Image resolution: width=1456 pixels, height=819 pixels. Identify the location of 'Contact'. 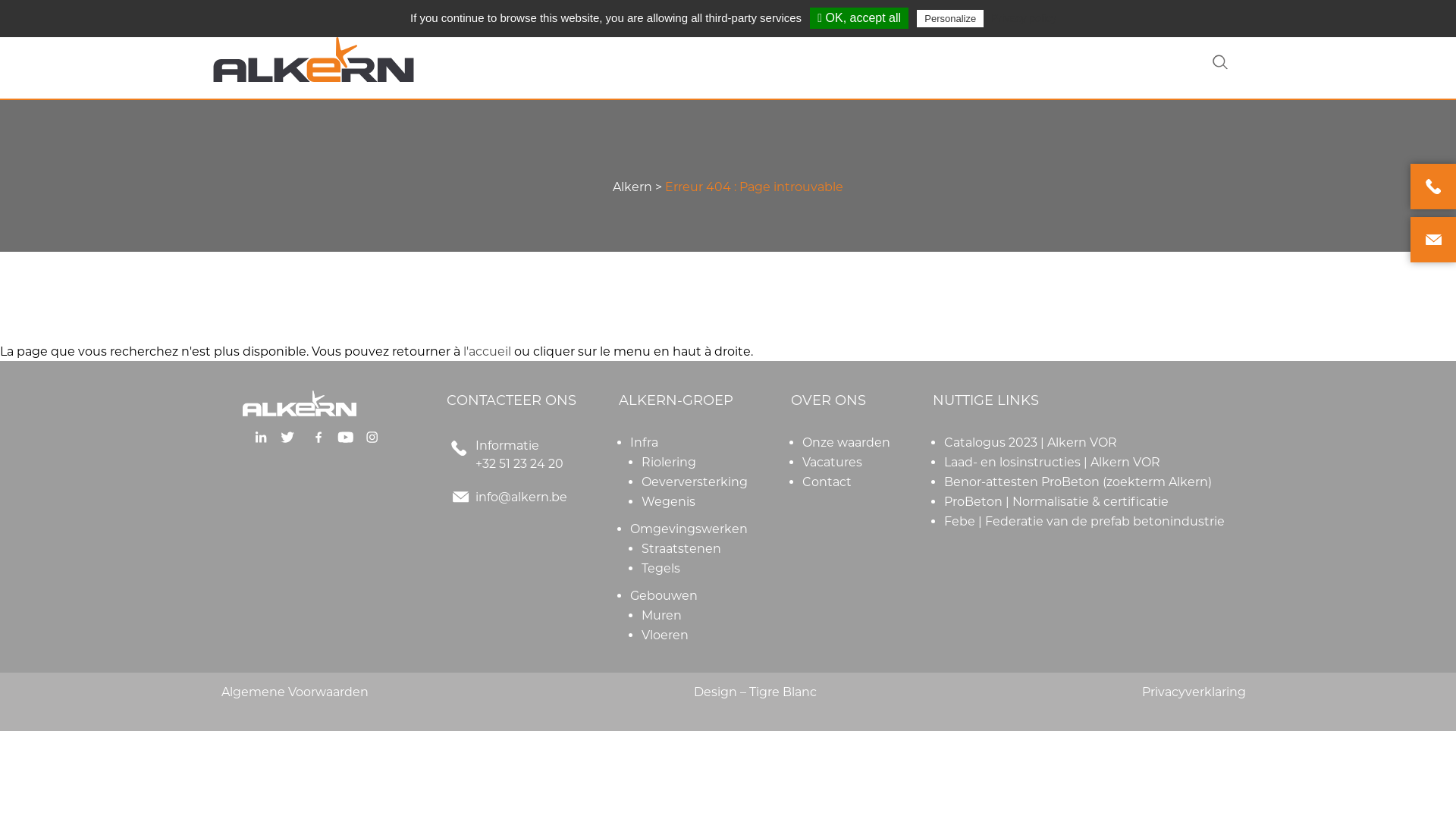
(826, 482).